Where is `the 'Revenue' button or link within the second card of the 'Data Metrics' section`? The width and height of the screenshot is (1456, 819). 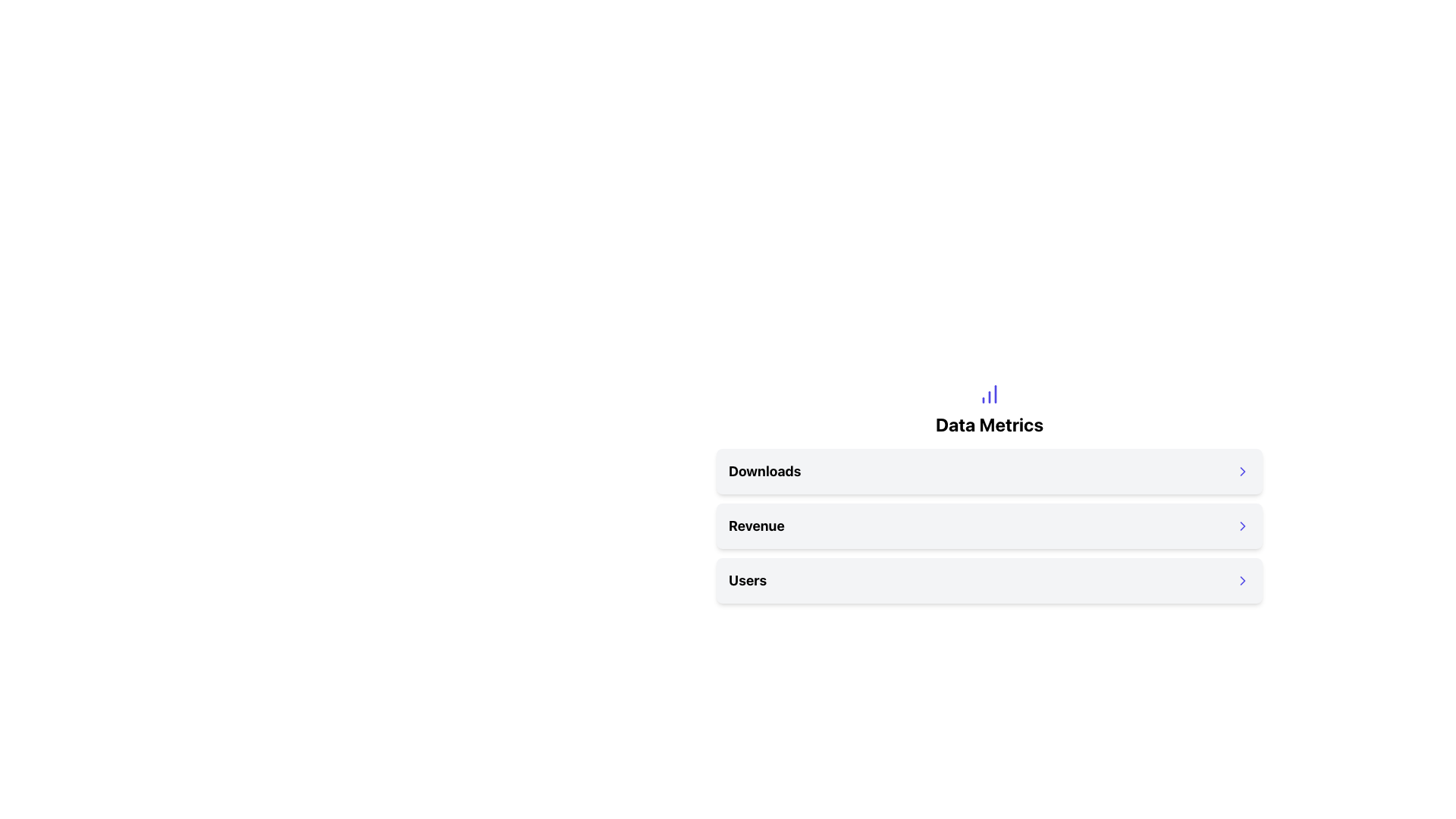
the 'Revenue' button or link within the second card of the 'Data Metrics' section is located at coordinates (990, 526).